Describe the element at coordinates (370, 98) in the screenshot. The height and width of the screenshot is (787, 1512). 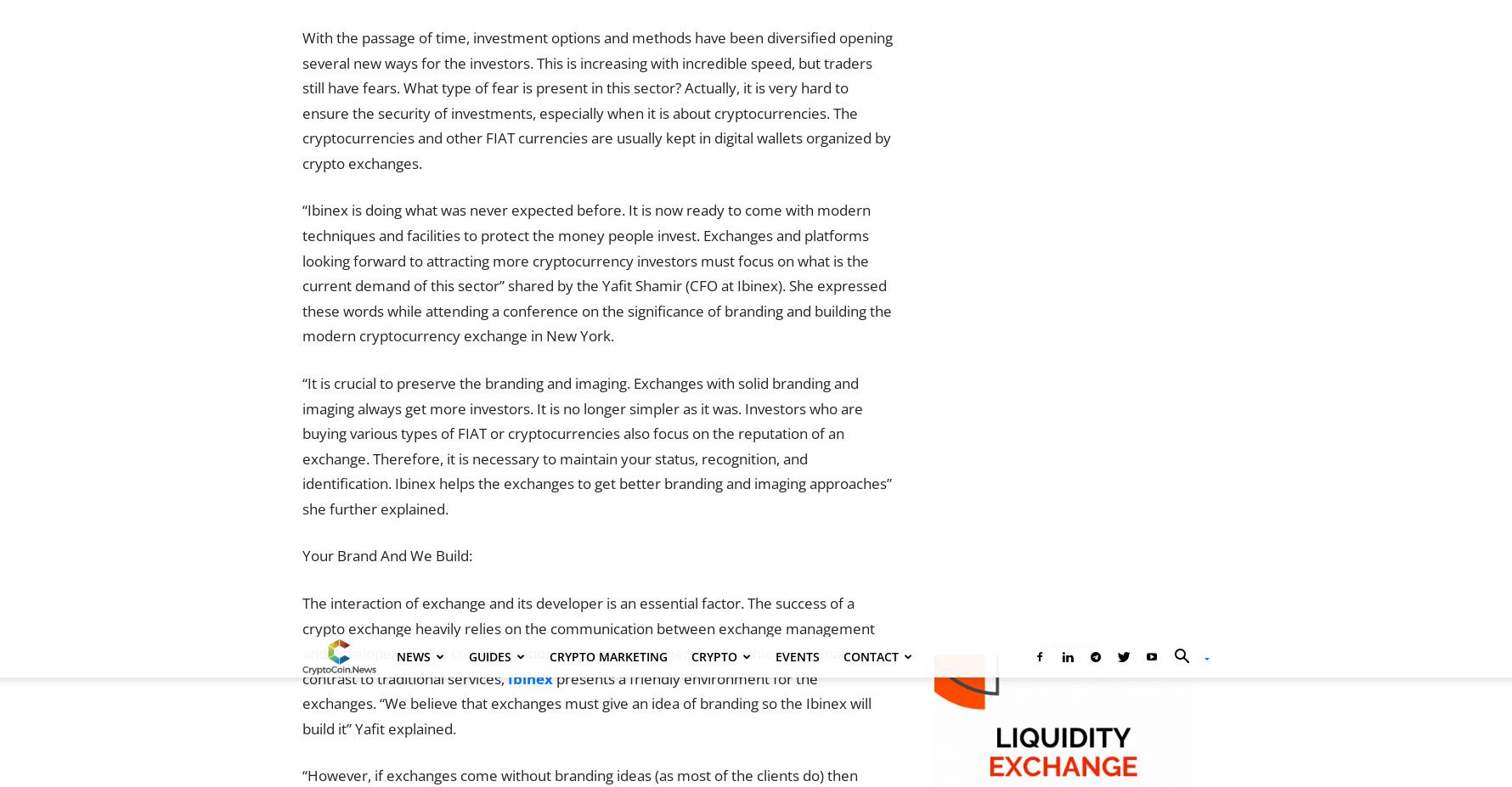
I see `'Contact Us Directly'` at that location.